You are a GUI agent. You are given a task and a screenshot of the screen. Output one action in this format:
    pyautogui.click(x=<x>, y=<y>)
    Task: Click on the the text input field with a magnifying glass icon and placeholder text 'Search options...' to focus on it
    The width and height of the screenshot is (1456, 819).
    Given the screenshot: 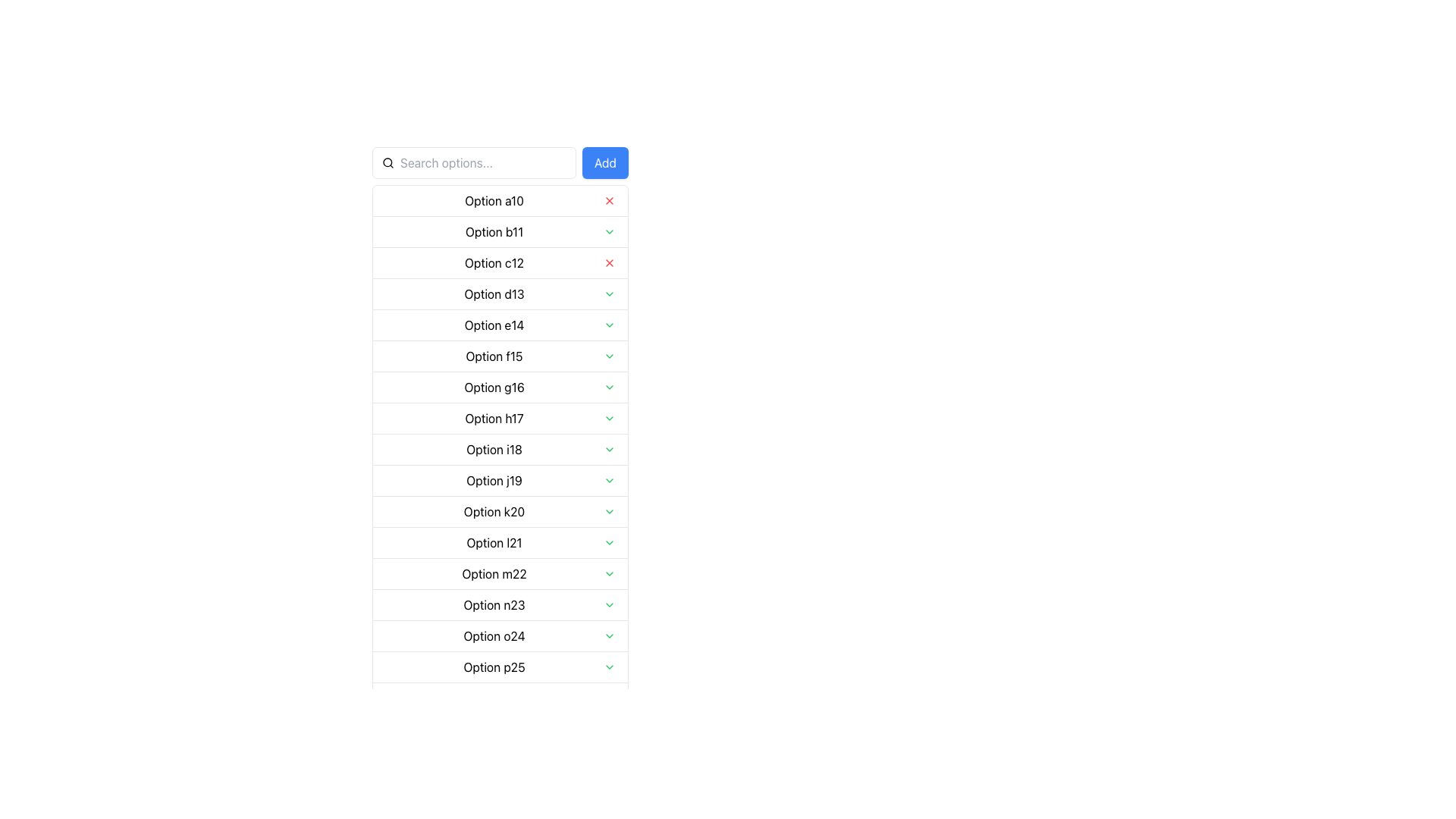 What is the action you would take?
    pyautogui.click(x=473, y=163)
    